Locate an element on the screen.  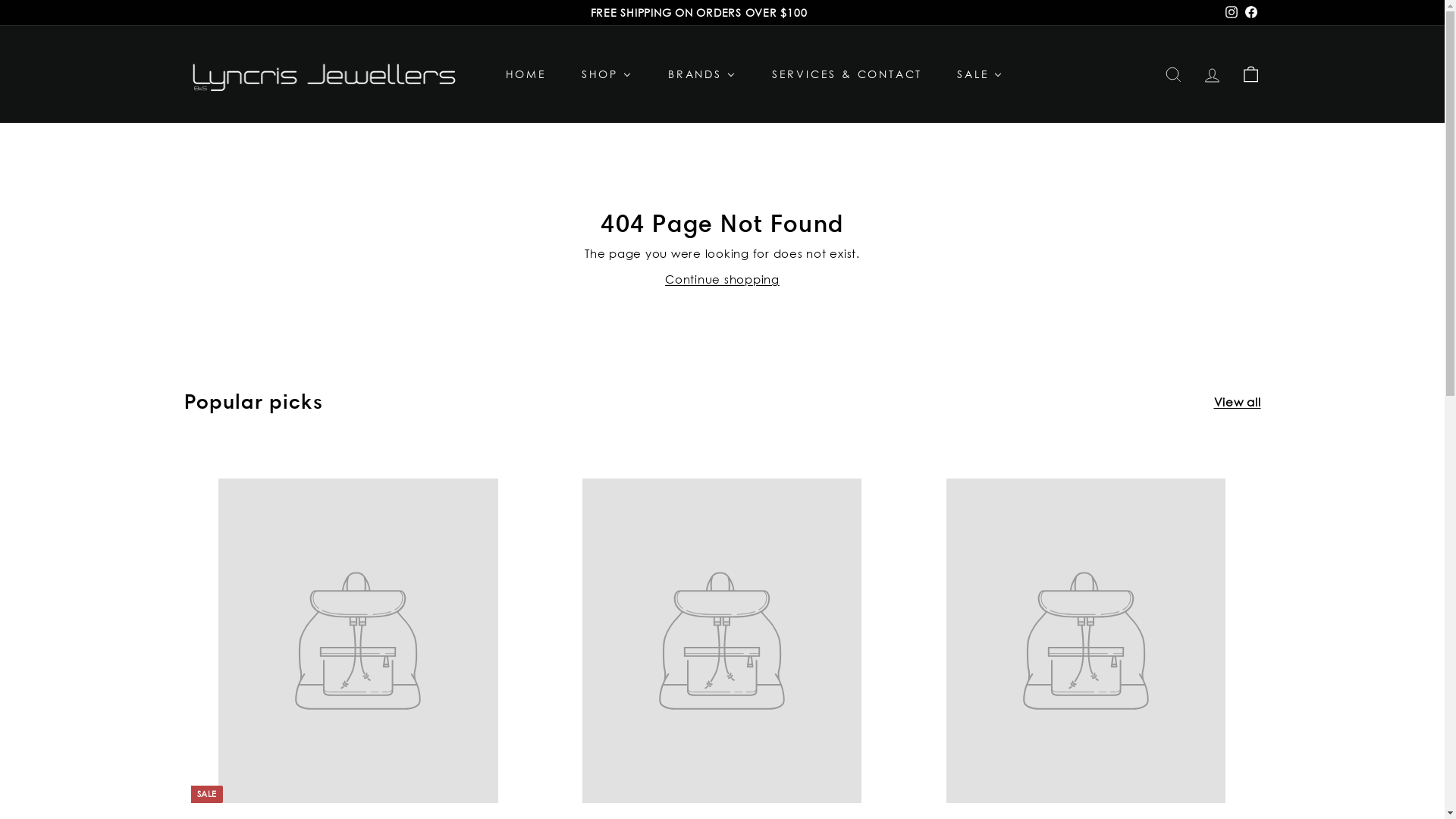
'Continue shopping' is located at coordinates (665, 278).